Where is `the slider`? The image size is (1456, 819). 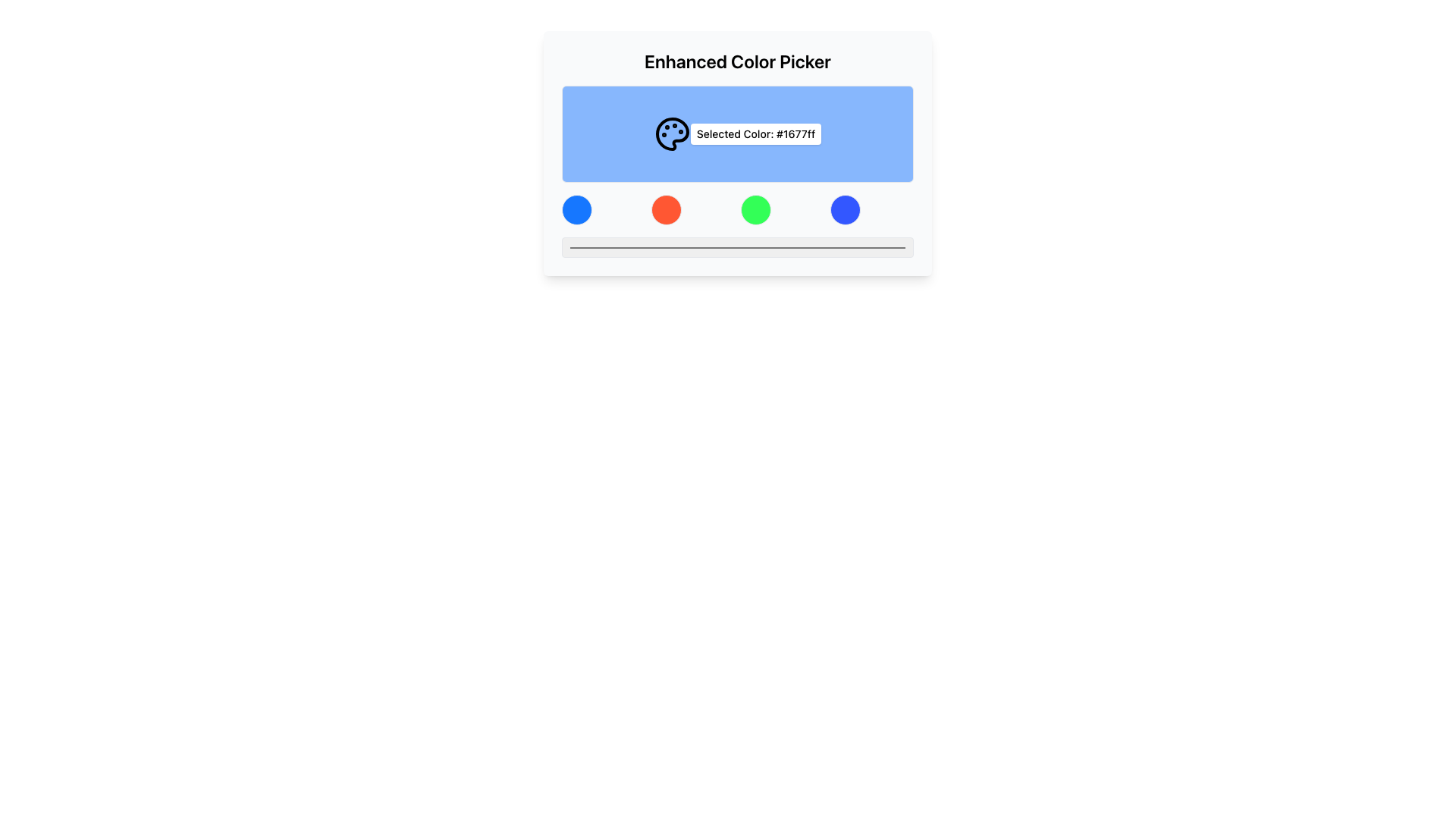
the slider is located at coordinates (854, 246).